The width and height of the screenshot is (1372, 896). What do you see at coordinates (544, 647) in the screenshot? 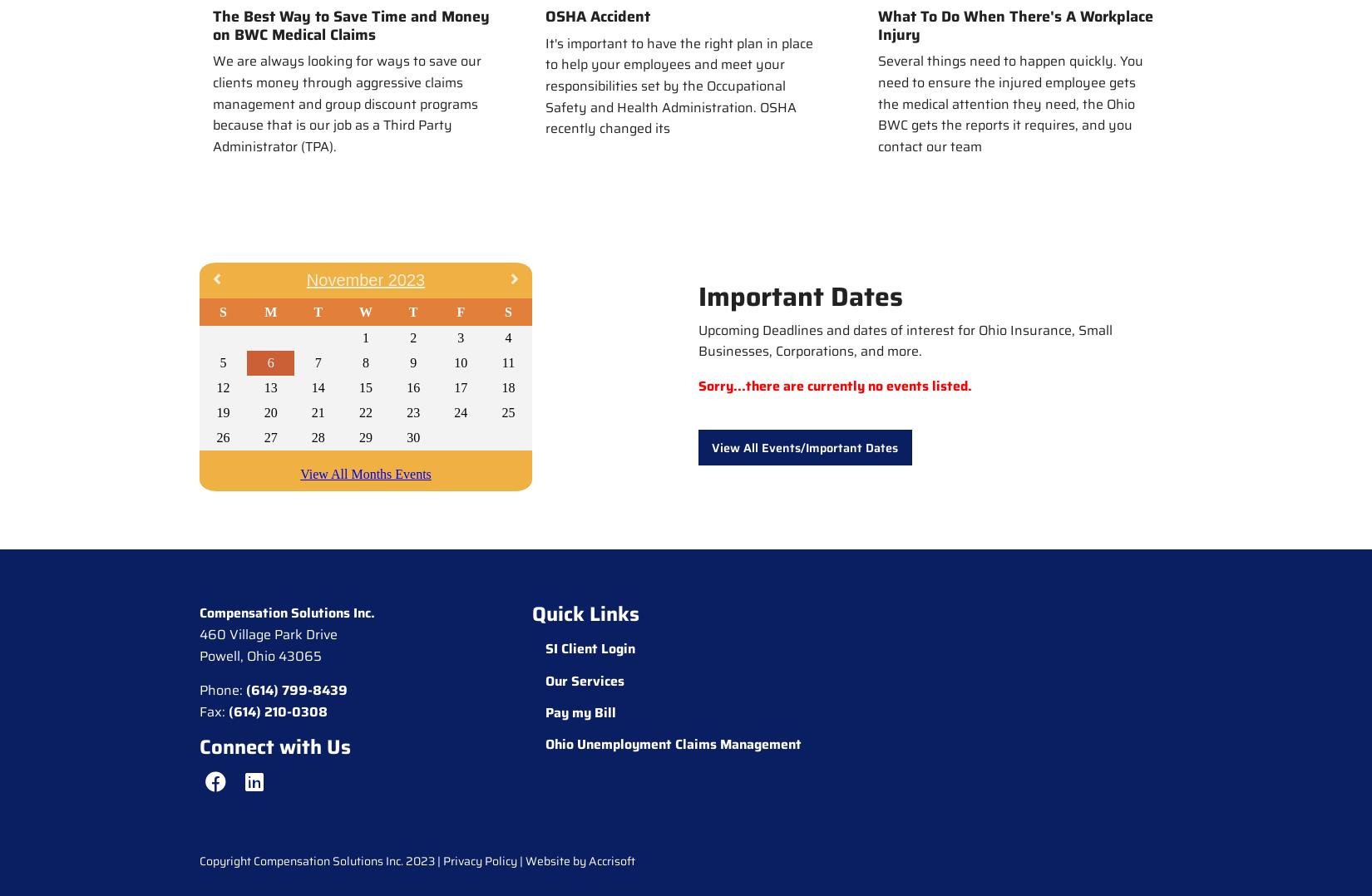
I see `'SI Client Login'` at bounding box center [544, 647].